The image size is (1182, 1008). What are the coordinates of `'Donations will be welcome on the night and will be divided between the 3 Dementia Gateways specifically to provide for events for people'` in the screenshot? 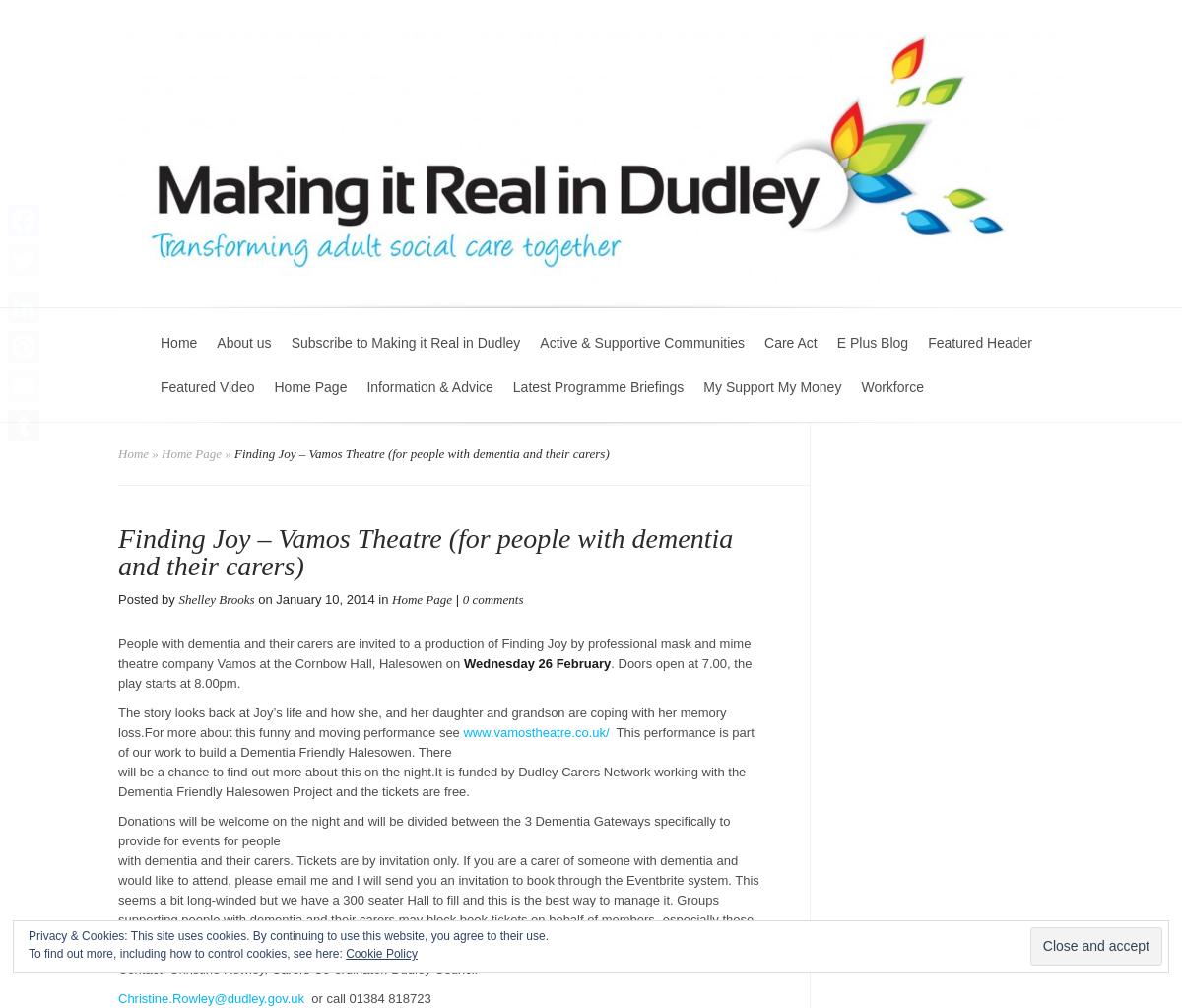 It's located at (424, 830).